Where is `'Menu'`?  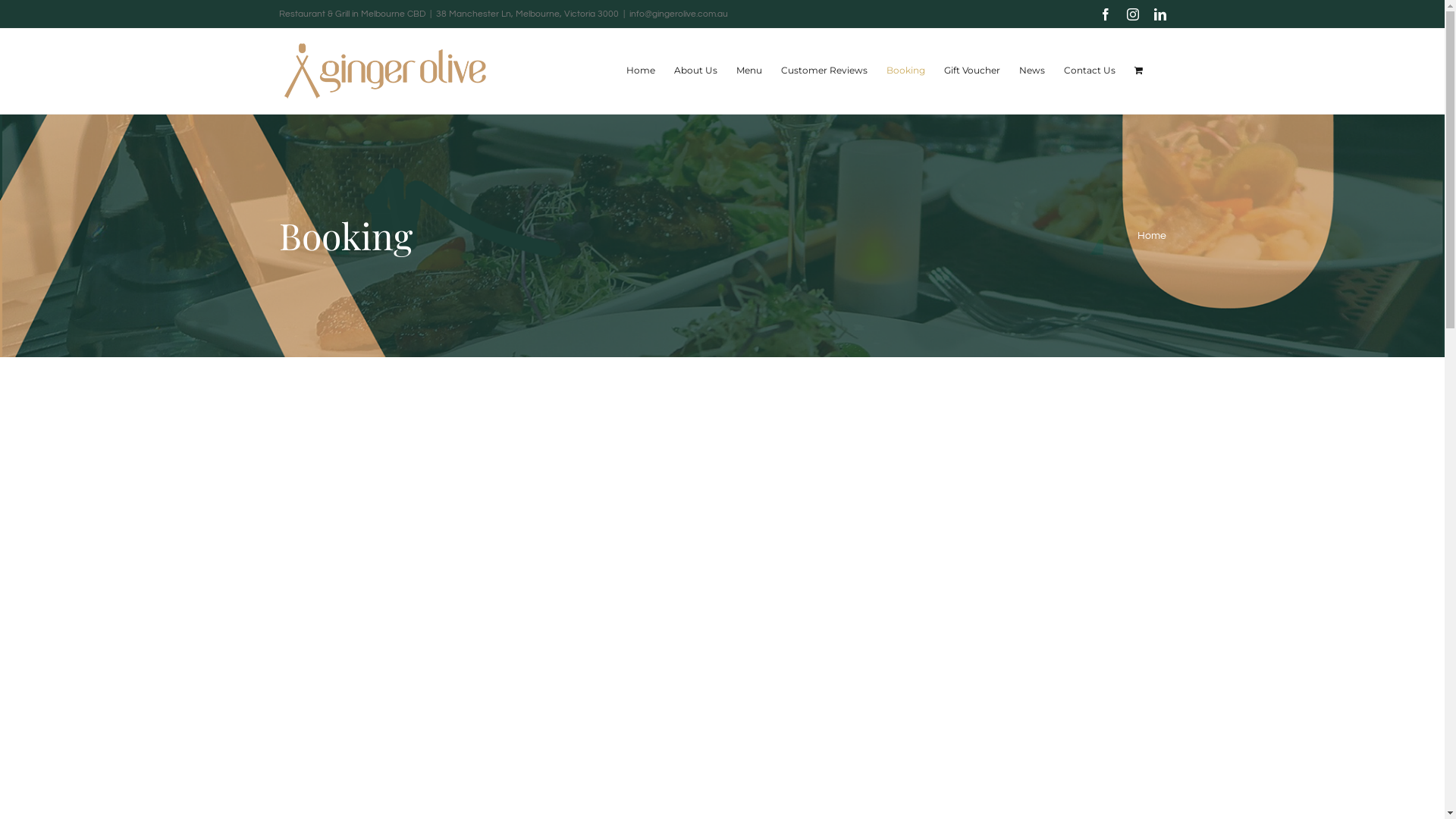
'Menu' is located at coordinates (748, 70).